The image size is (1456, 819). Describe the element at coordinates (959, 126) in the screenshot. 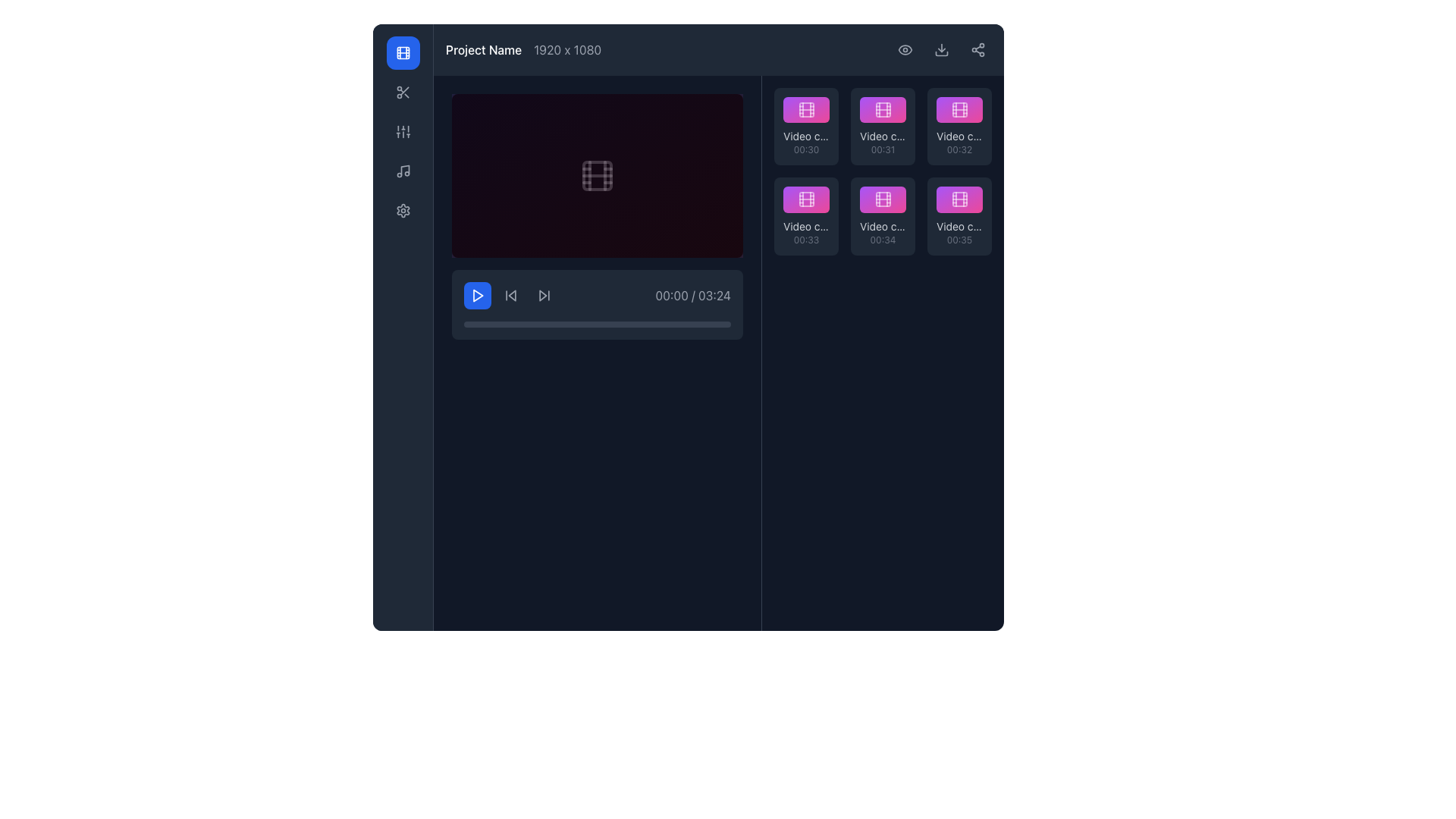

I see `the third video clip selection card located in the upper right corner of the grid` at that location.